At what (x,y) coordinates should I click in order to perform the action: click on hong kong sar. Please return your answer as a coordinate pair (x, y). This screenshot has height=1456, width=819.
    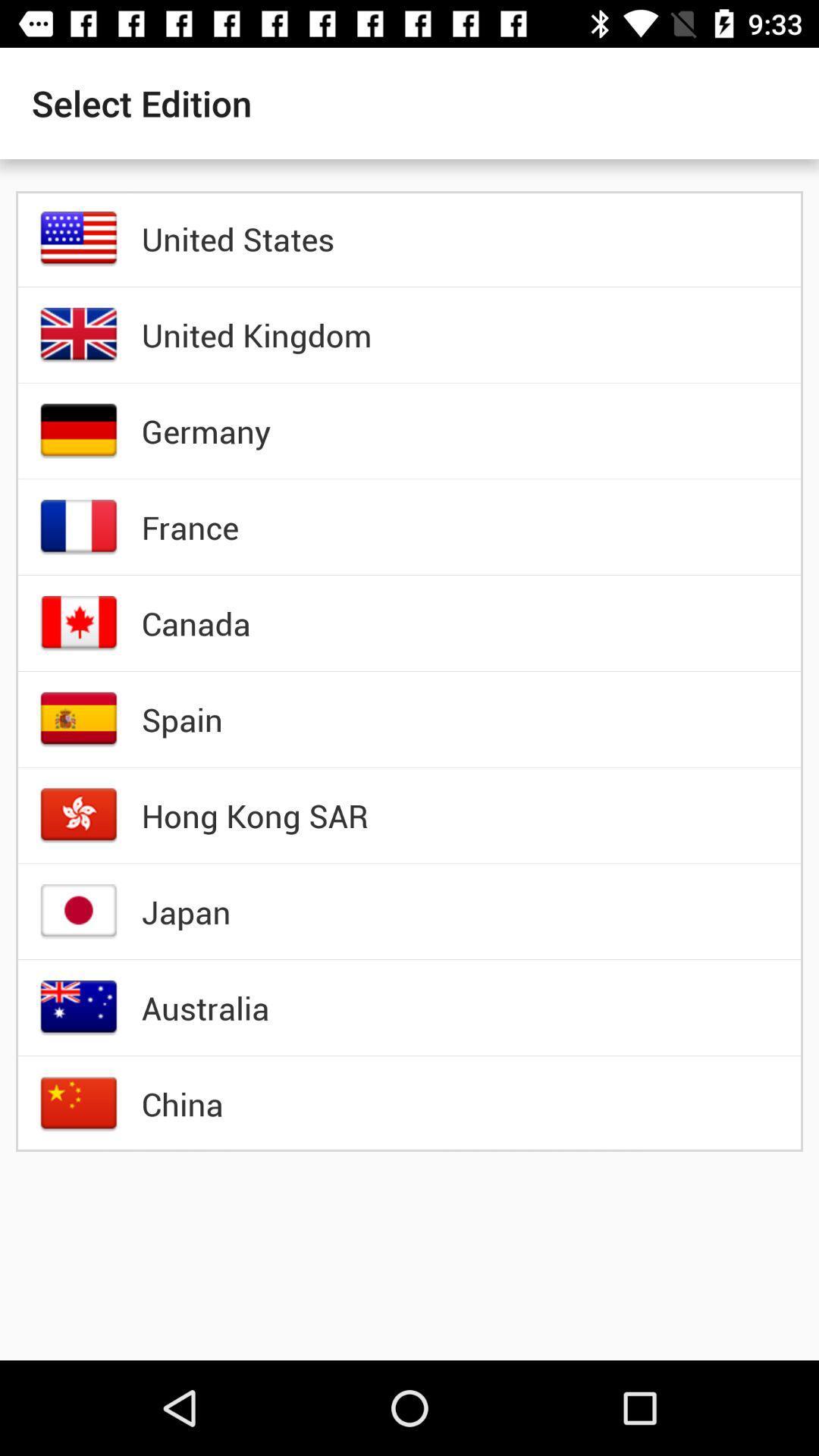
    Looking at the image, I should click on (254, 814).